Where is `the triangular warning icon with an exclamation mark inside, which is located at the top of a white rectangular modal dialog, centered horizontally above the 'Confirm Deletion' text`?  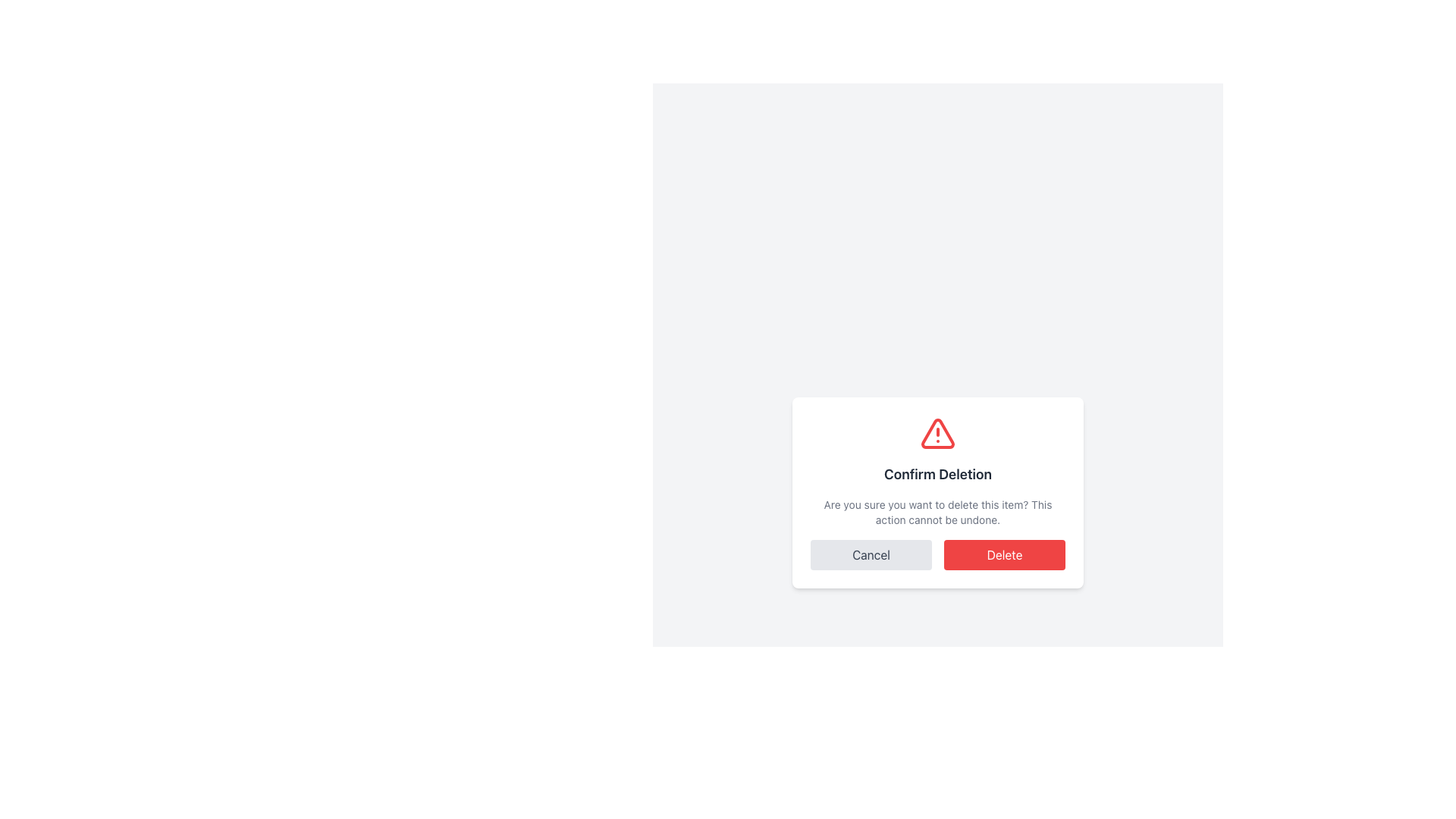 the triangular warning icon with an exclamation mark inside, which is located at the top of a white rectangular modal dialog, centered horizontally above the 'Confirm Deletion' text is located at coordinates (937, 433).